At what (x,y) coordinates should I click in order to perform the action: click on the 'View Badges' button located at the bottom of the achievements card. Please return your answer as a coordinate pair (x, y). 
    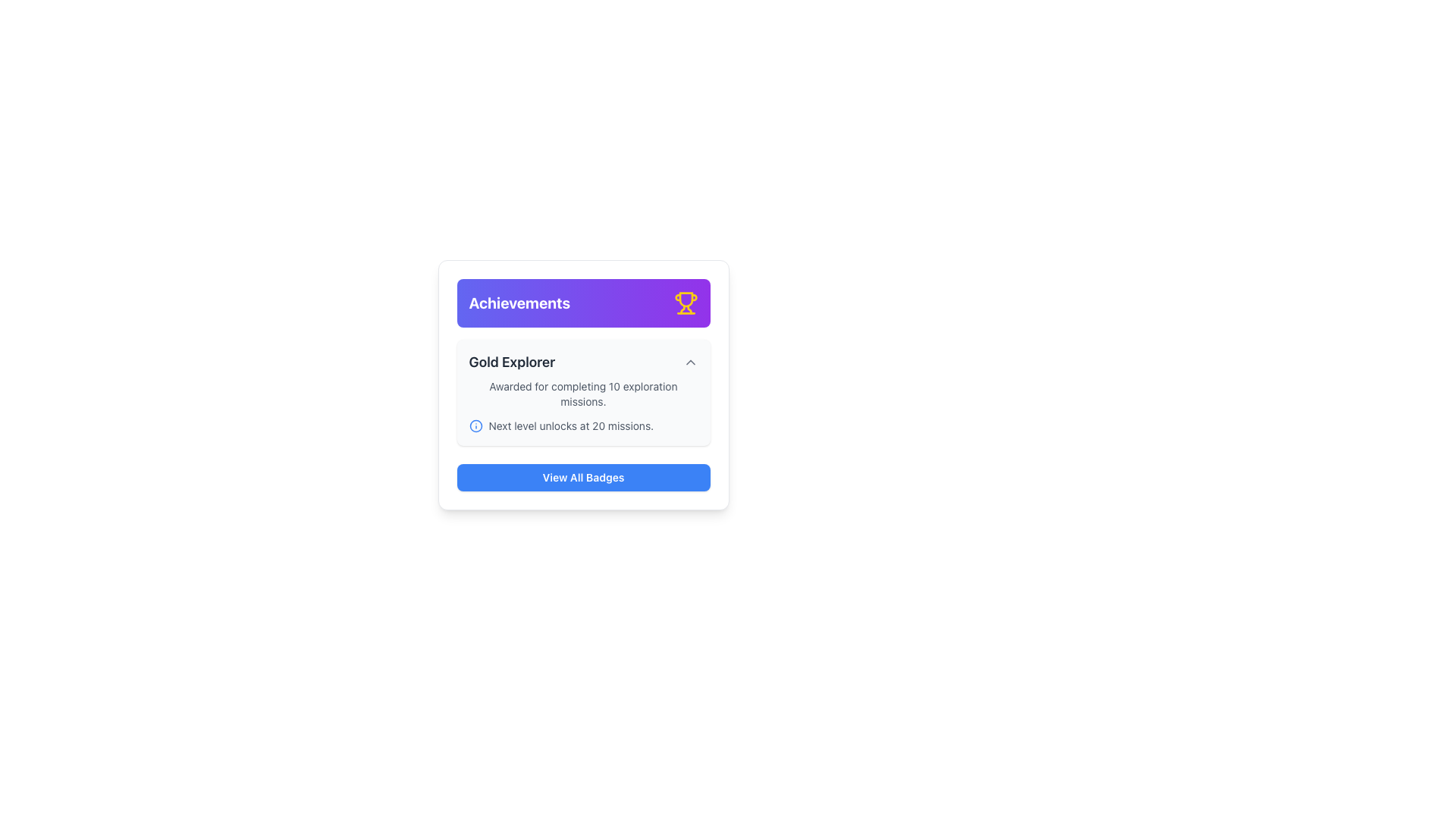
    Looking at the image, I should click on (582, 476).